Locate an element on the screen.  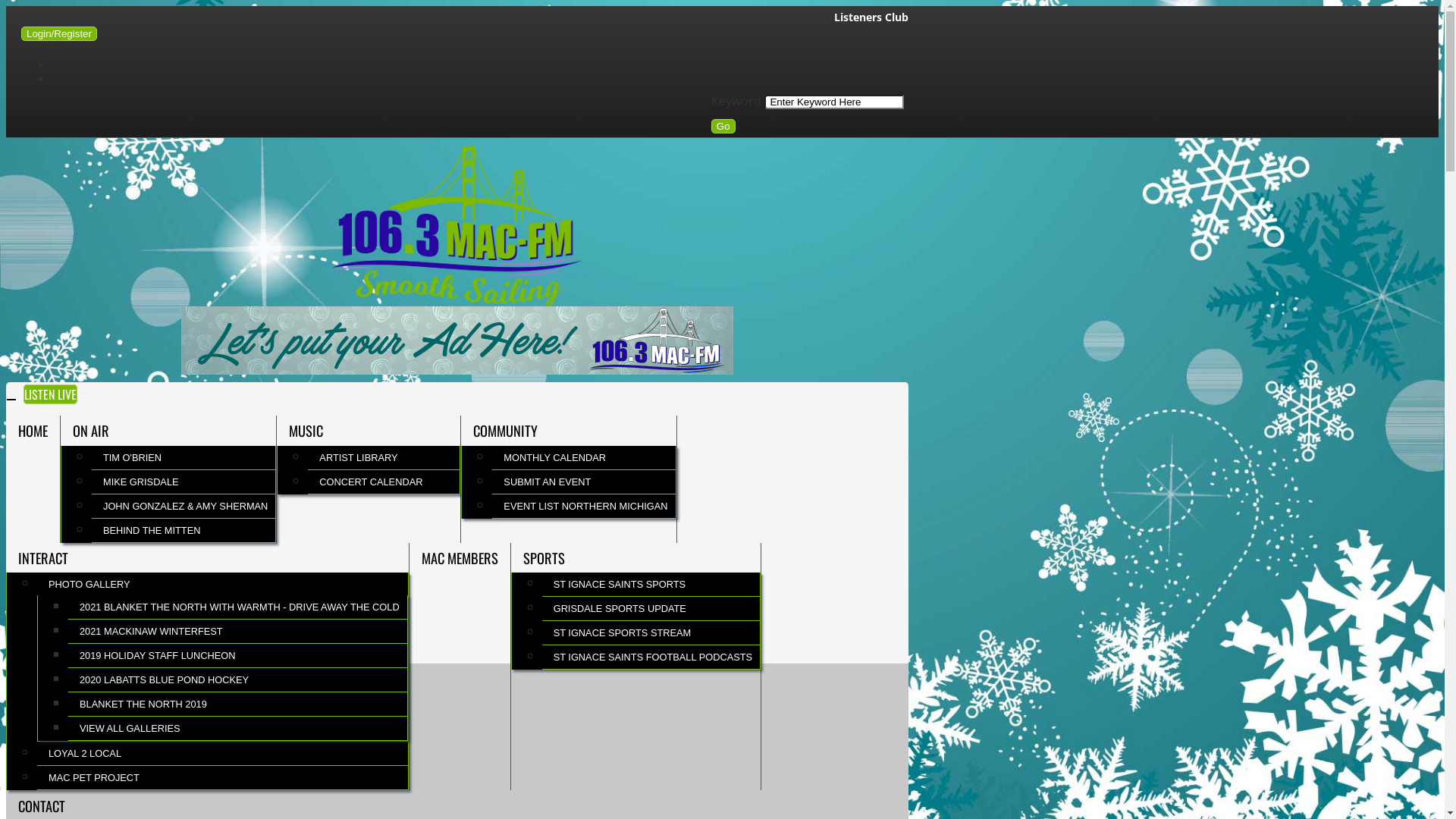
'MIKE GRISDALE' is located at coordinates (182, 482).